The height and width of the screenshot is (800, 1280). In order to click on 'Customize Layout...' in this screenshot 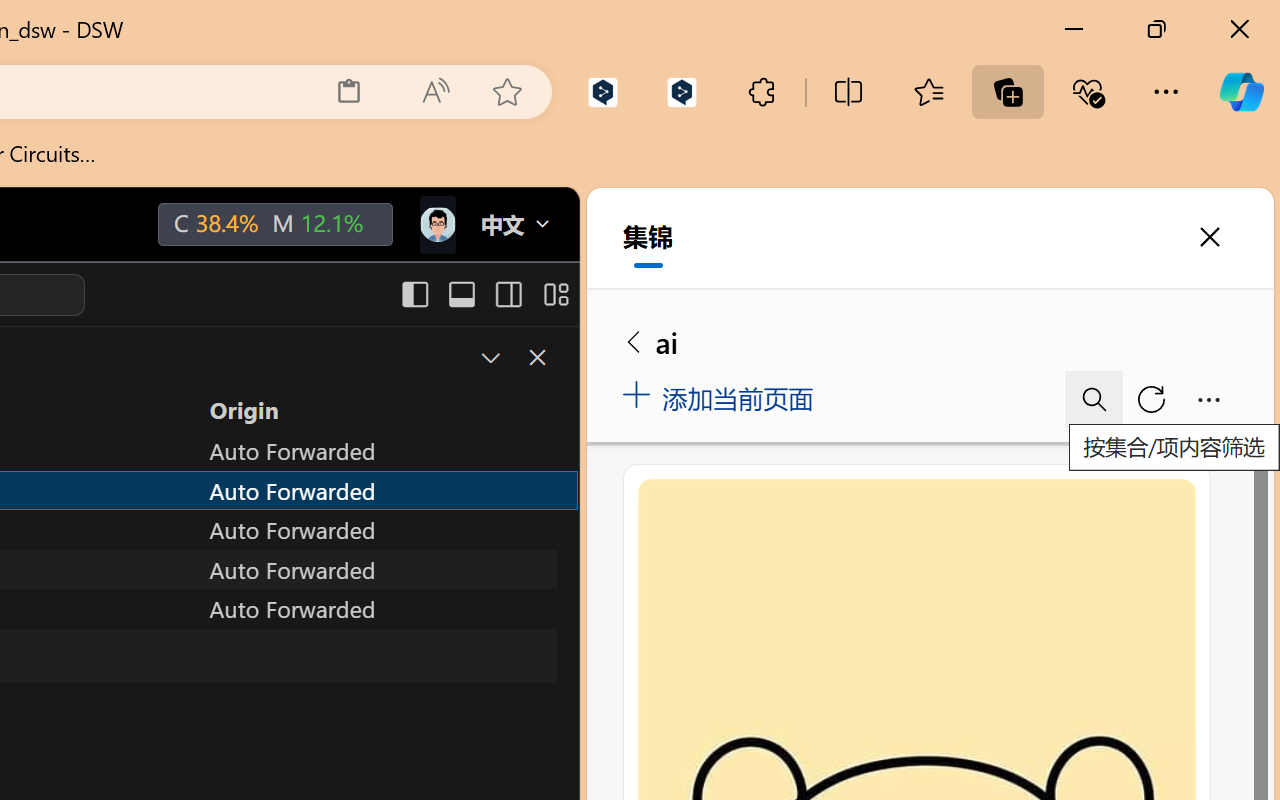, I will do `click(554, 294)`.